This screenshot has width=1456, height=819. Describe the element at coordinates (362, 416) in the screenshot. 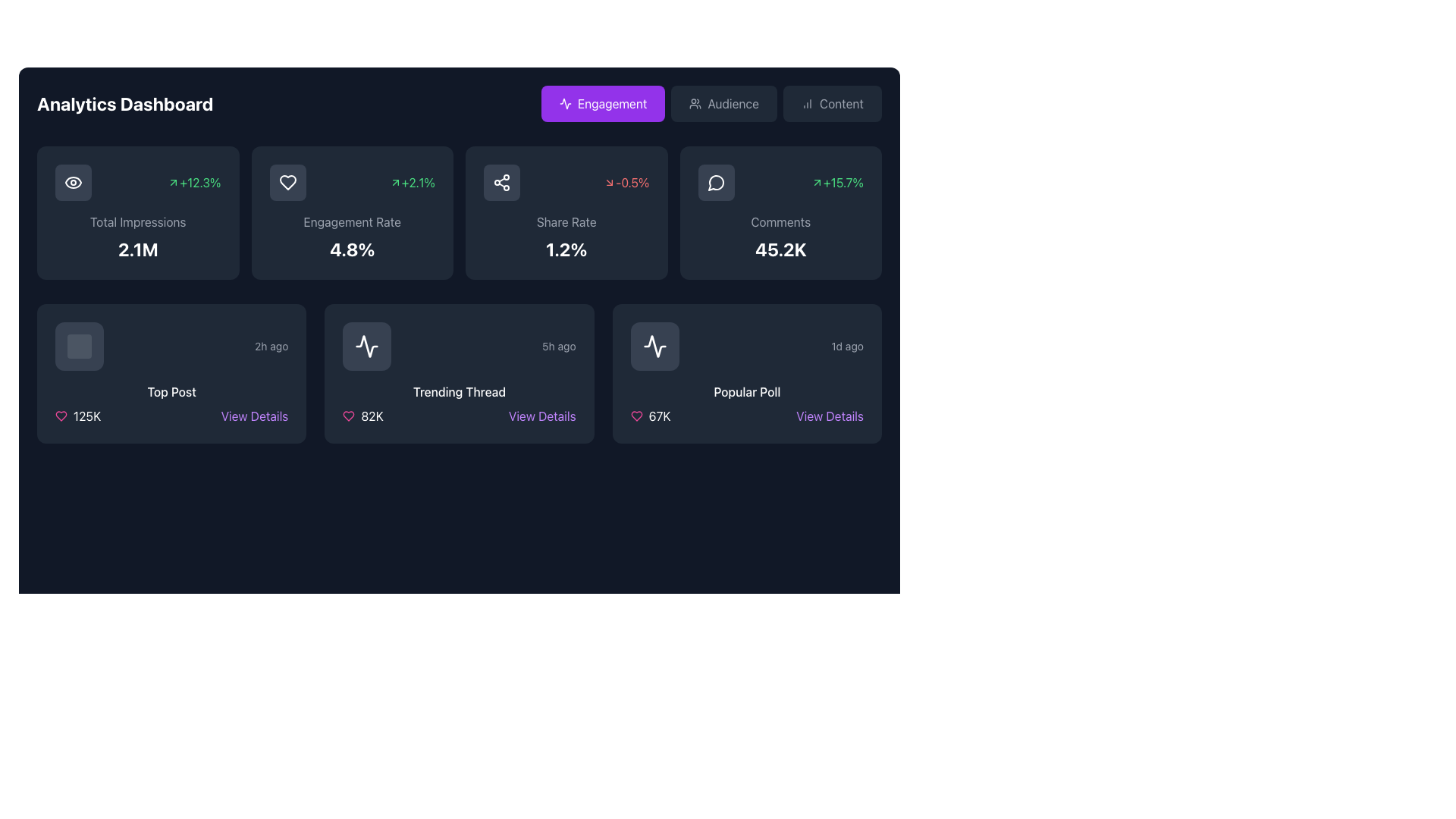

I see `the pink heart icon followed by the text '82K' located in the bottom section of the 'Trending Thread' card in the dashboard` at that location.